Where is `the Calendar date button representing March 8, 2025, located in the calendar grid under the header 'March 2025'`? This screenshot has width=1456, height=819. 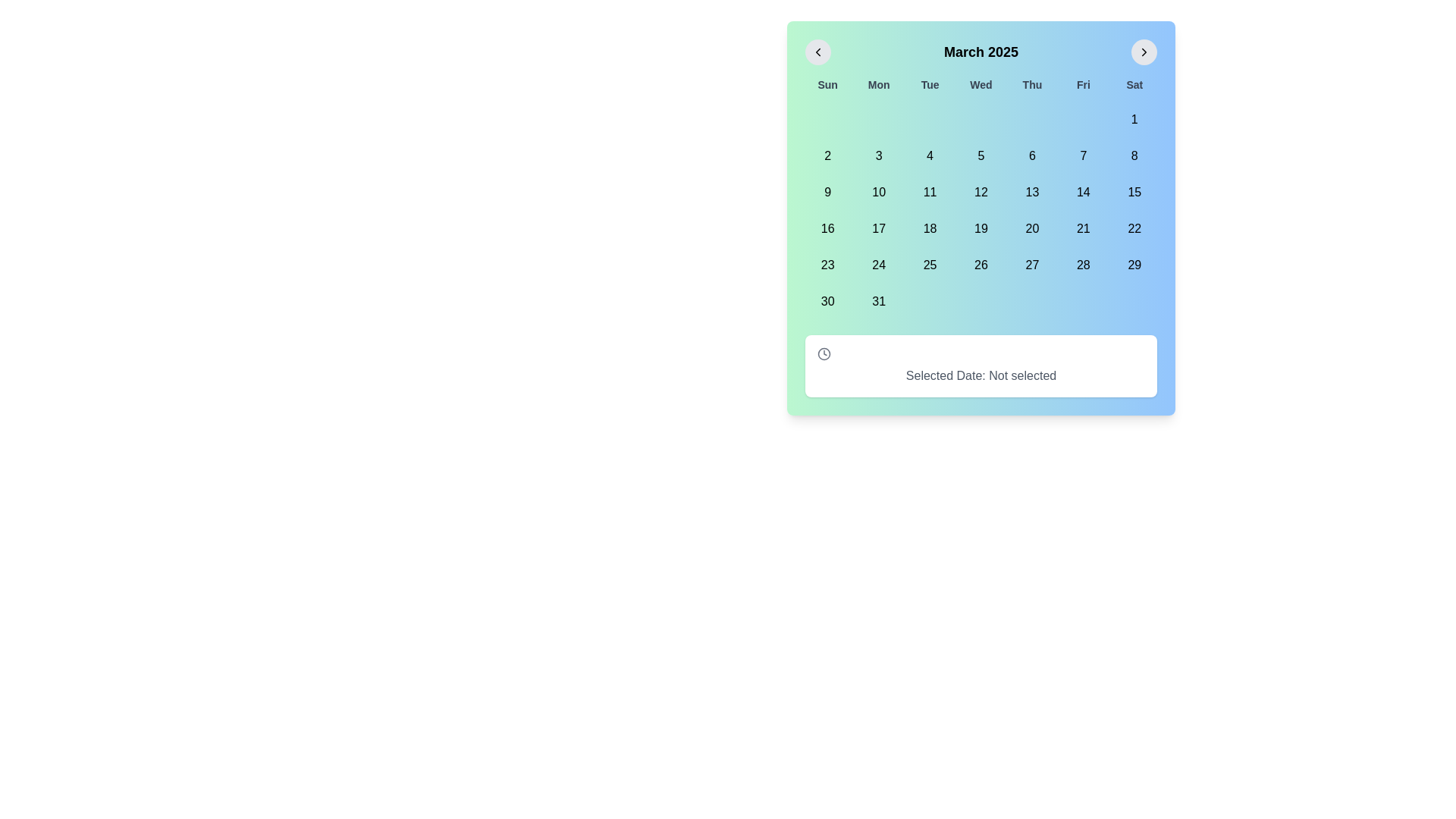 the Calendar date button representing March 8, 2025, located in the calendar grid under the header 'March 2025' is located at coordinates (1134, 155).